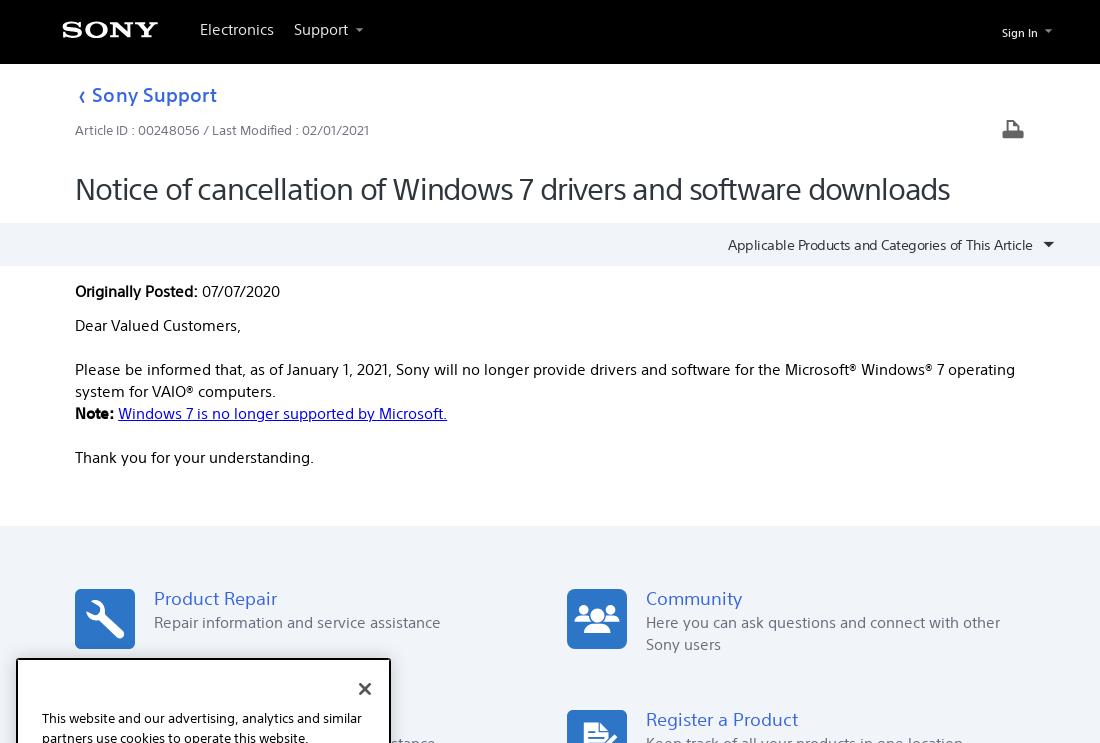 The image size is (1100, 743). Describe the element at coordinates (156, 324) in the screenshot. I see `'Dear Valued Customers,'` at that location.